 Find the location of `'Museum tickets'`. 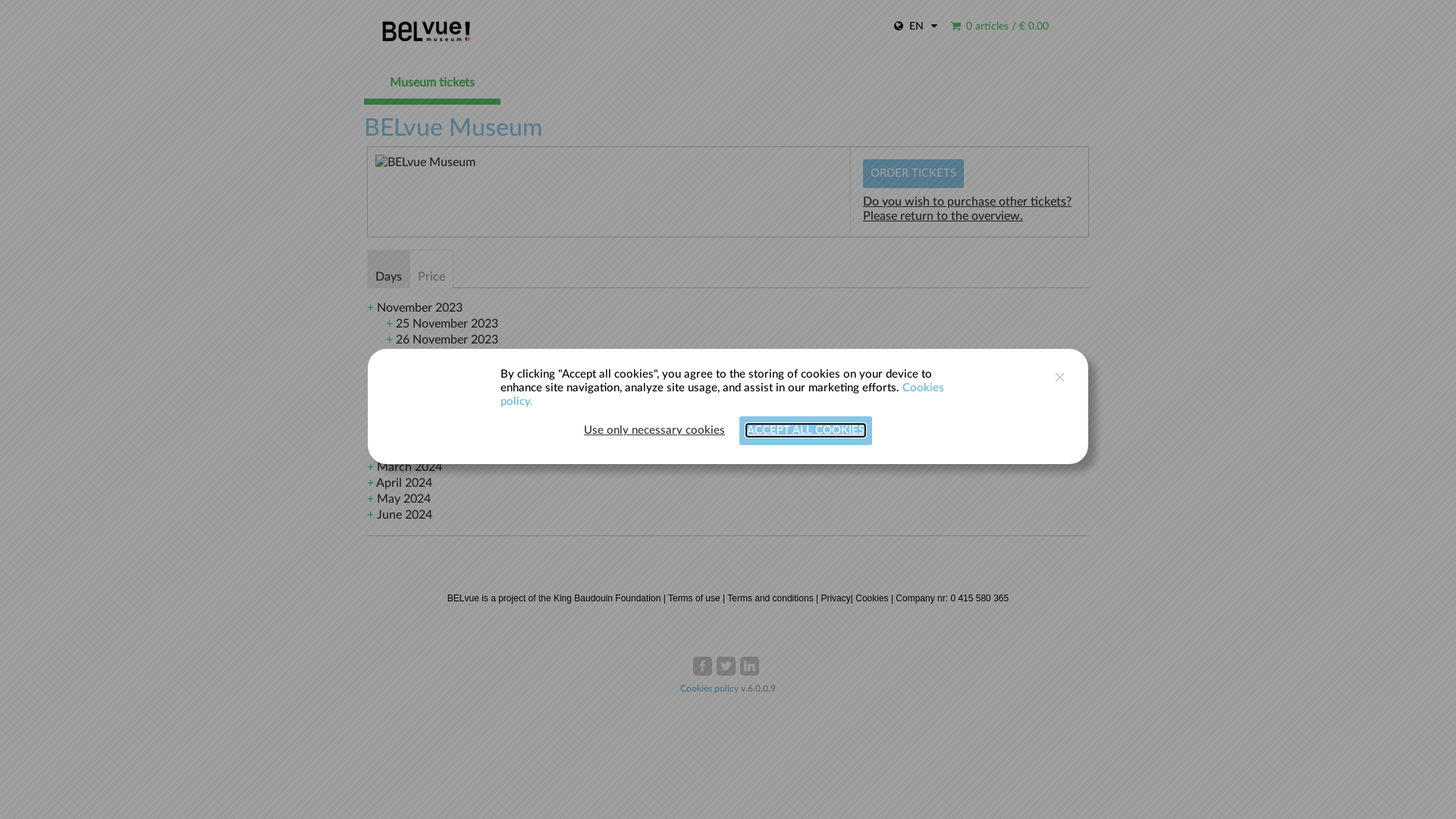

'Museum tickets' is located at coordinates (364, 83).